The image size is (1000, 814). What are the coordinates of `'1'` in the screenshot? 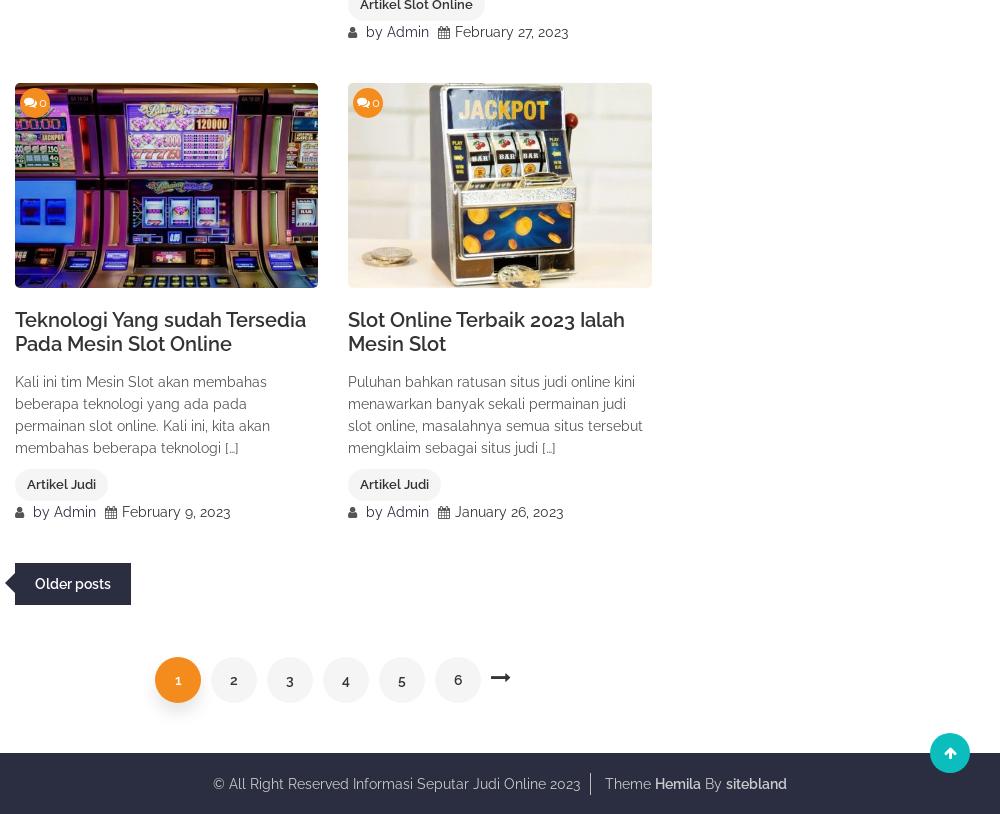 It's located at (177, 680).